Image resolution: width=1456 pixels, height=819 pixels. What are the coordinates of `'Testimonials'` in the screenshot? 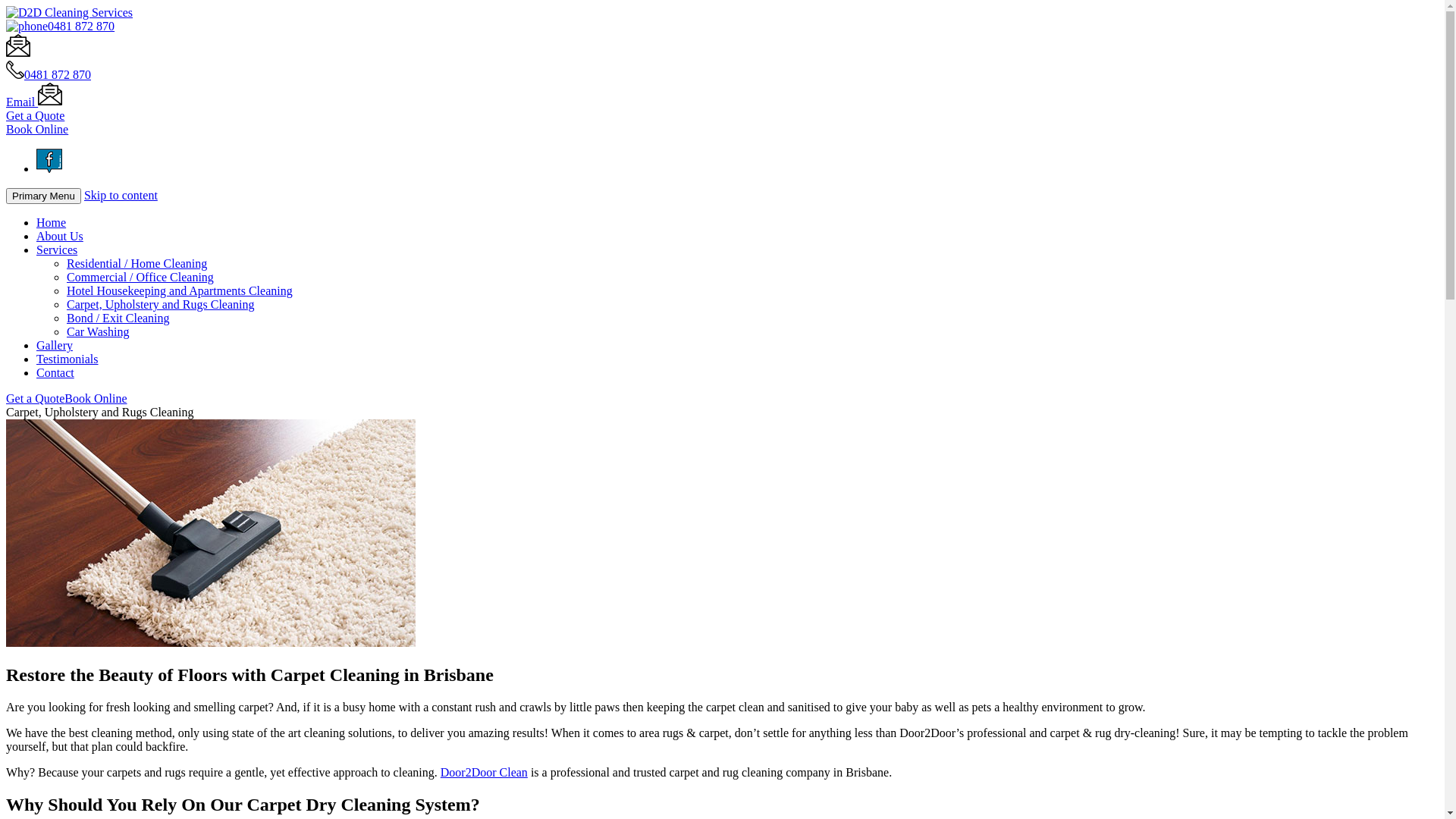 It's located at (67, 359).